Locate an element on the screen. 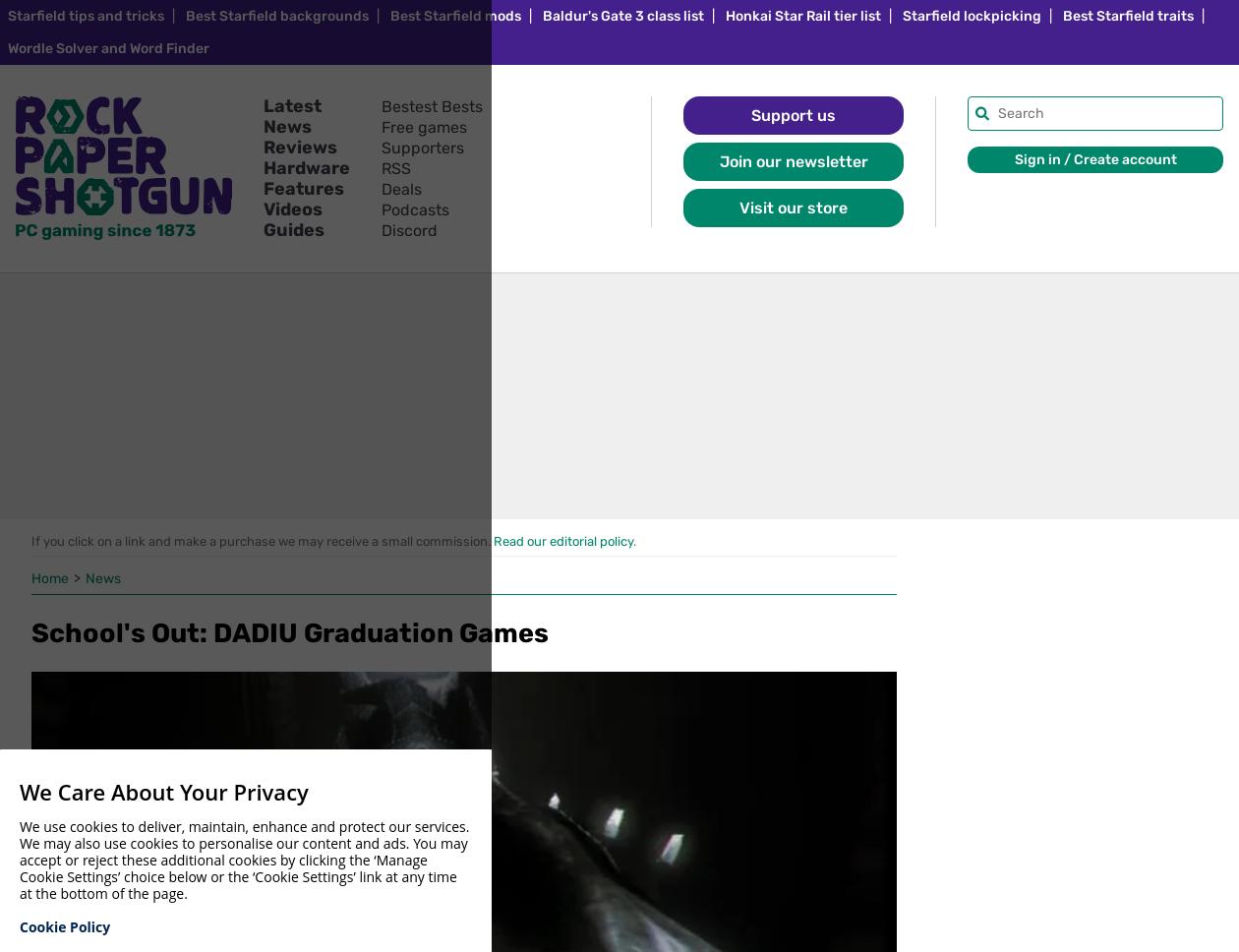  'Support us' is located at coordinates (793, 115).